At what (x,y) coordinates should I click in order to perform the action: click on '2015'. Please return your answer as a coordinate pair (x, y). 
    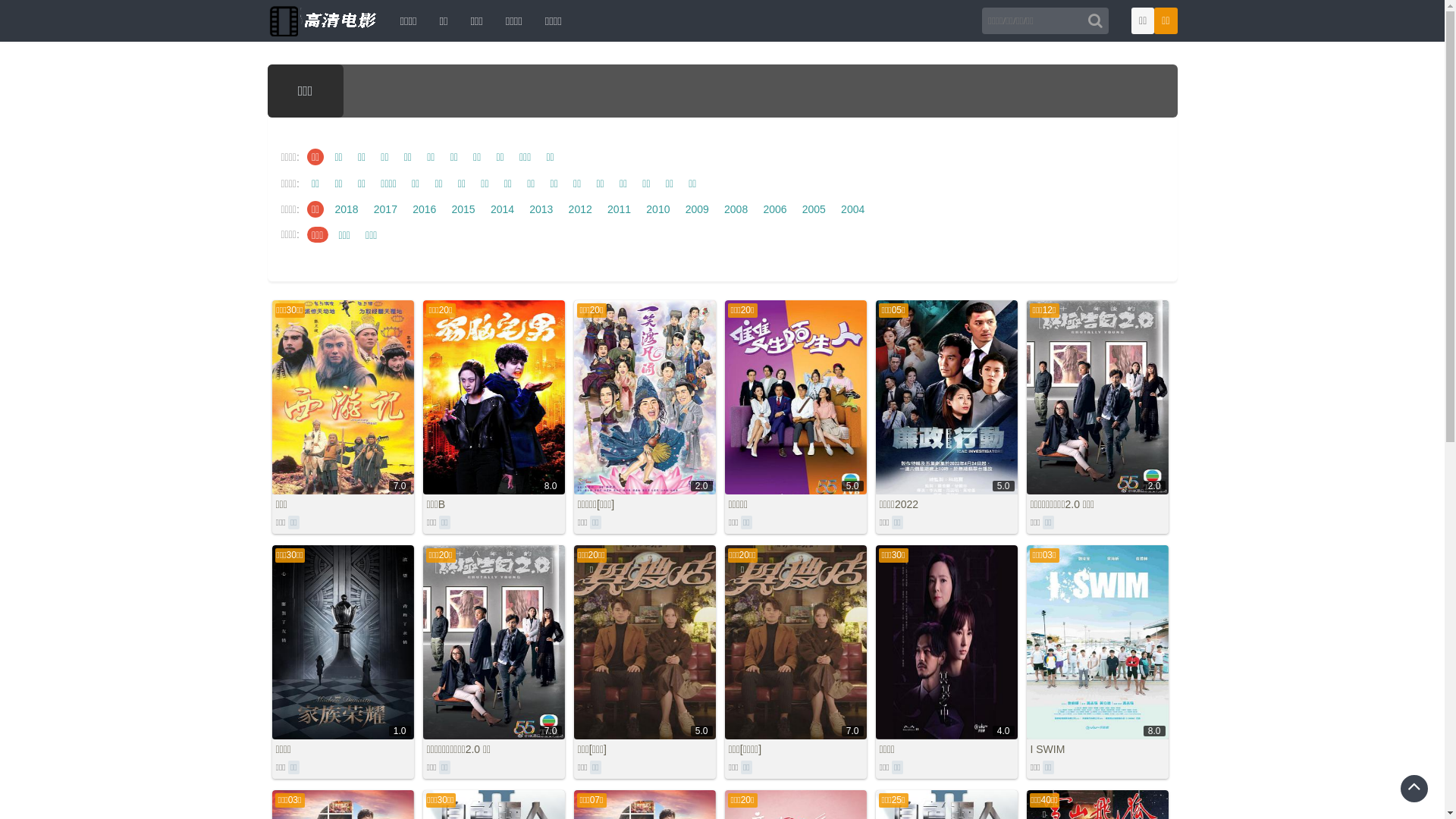
    Looking at the image, I should click on (462, 209).